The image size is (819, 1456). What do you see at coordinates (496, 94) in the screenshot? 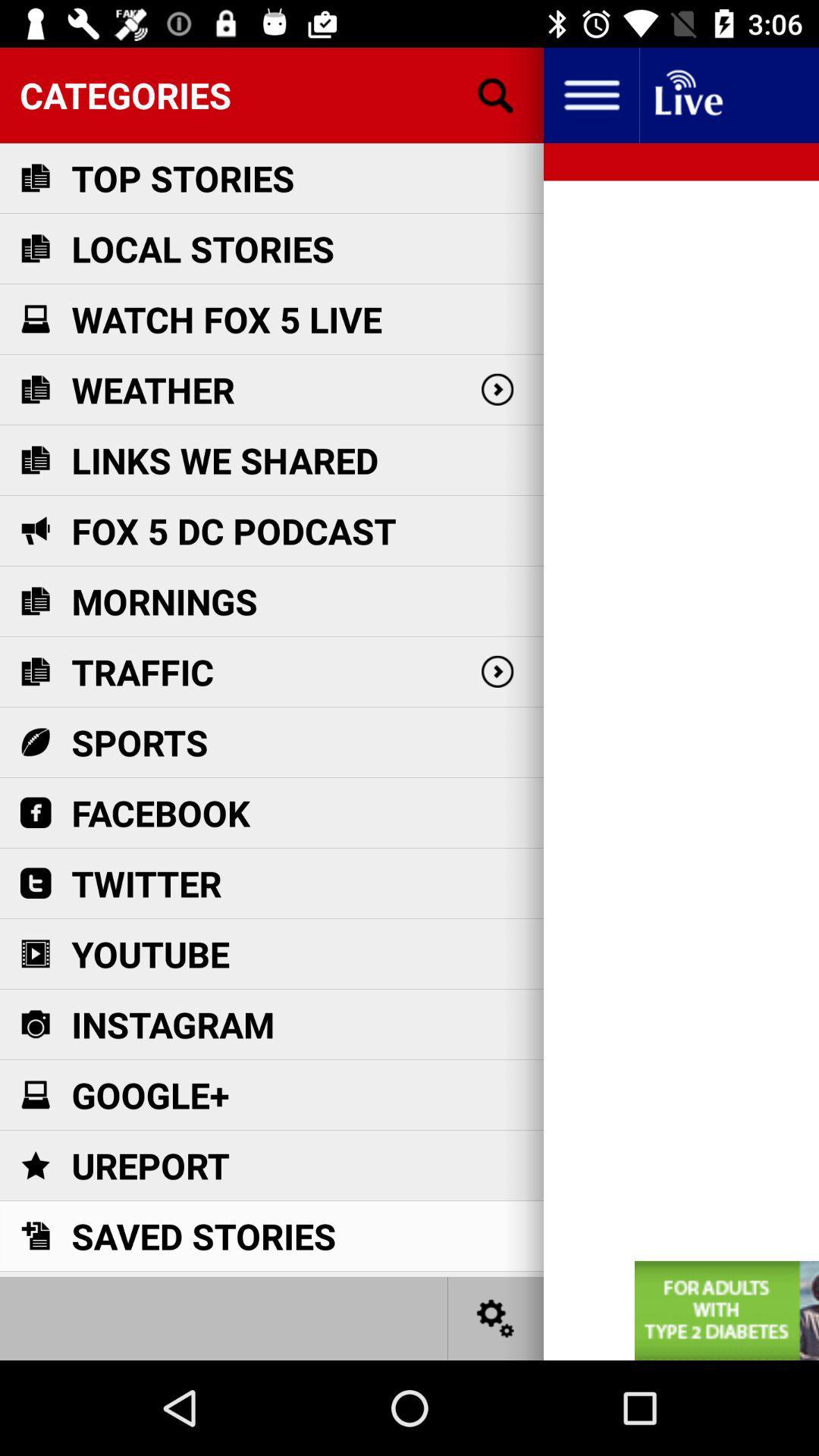
I see `the search icon` at bounding box center [496, 94].